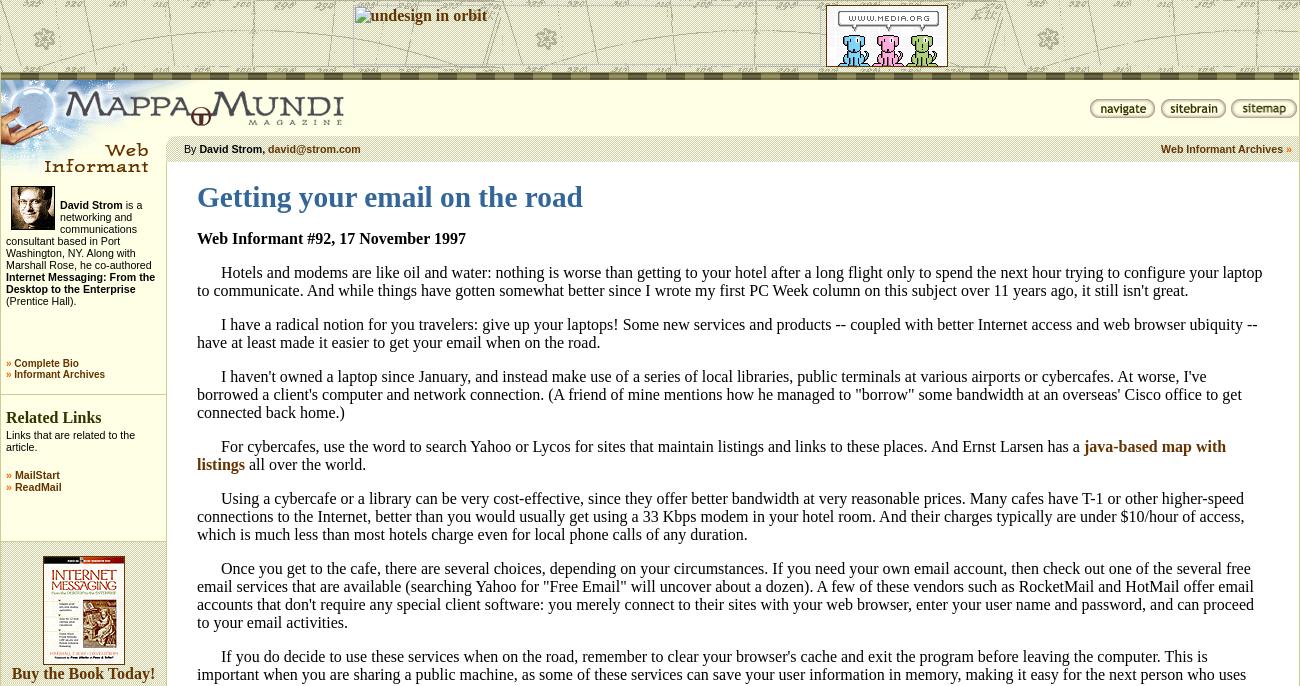  Describe the element at coordinates (726, 333) in the screenshot. I see `'I have a radical notion for you travelers: give up your laptops! Some new services and products -- coupled
with better Internet access and web browser ubiquity -- have at least made it easier to get your email when on the road.'` at that location.